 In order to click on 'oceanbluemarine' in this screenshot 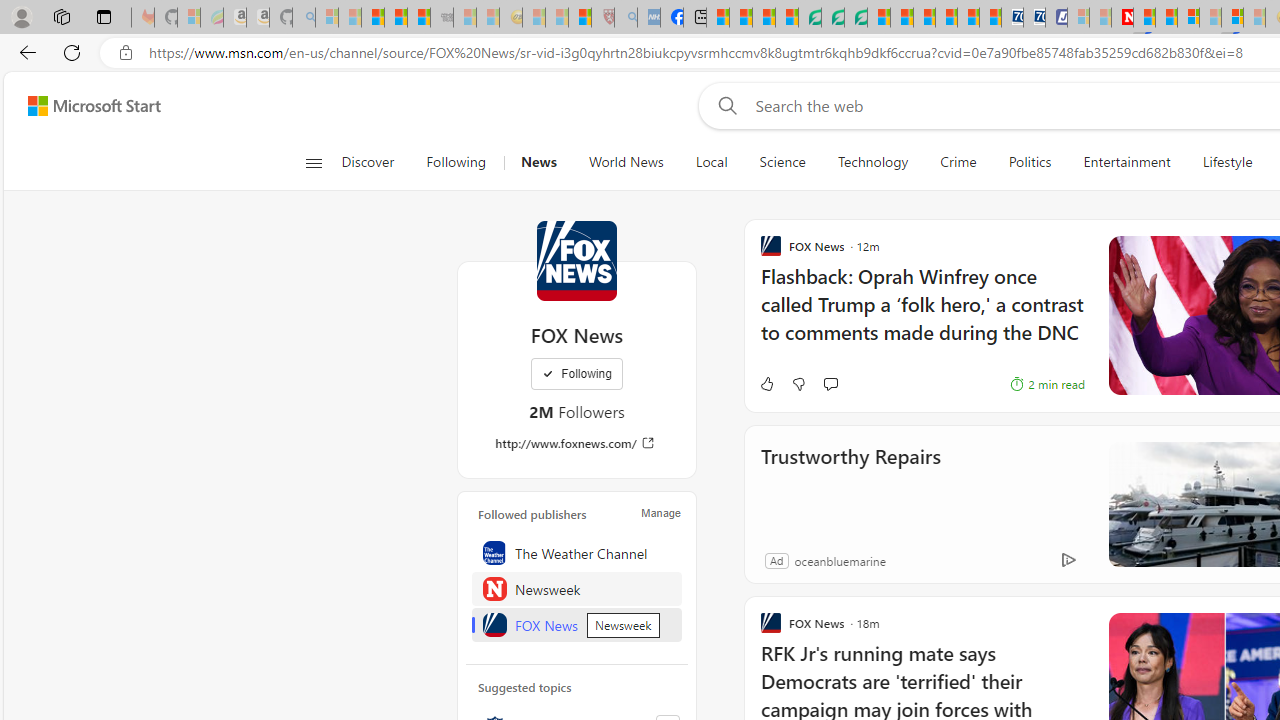, I will do `click(839, 560)`.